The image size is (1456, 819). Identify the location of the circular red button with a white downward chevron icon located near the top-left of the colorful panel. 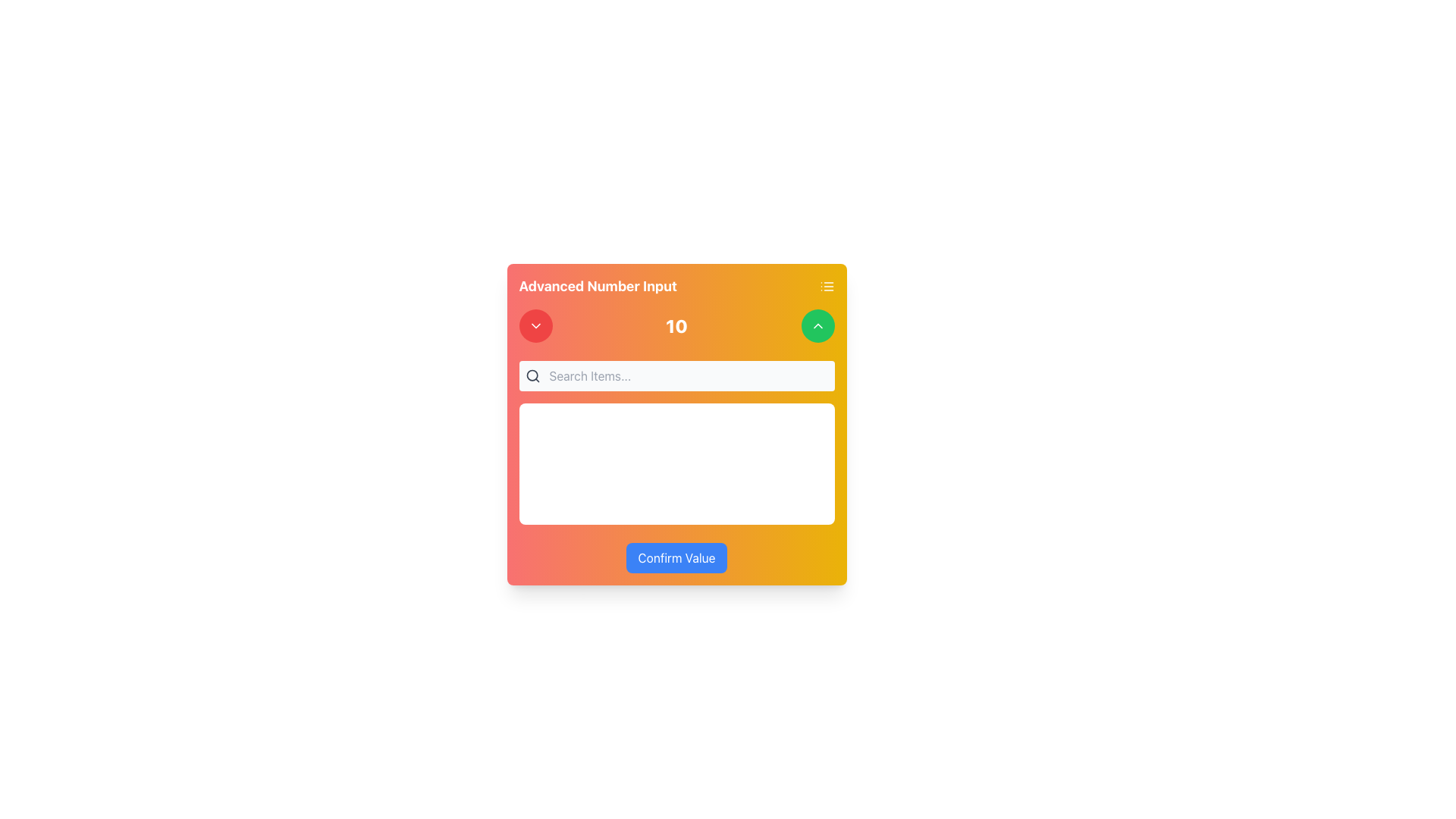
(535, 325).